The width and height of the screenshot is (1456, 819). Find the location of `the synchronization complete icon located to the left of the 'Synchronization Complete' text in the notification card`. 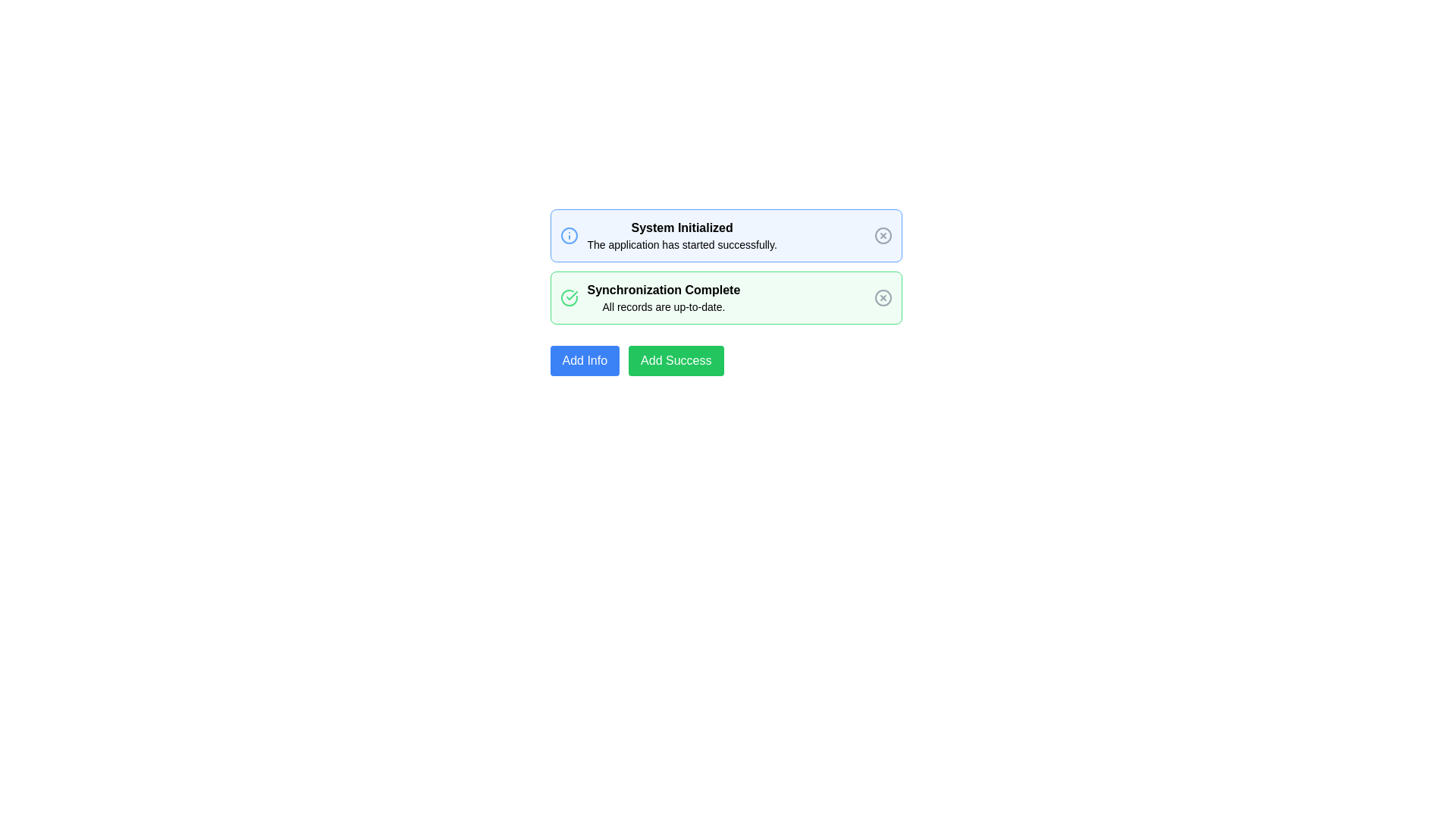

the synchronization complete icon located to the left of the 'Synchronization Complete' text in the notification card is located at coordinates (568, 298).